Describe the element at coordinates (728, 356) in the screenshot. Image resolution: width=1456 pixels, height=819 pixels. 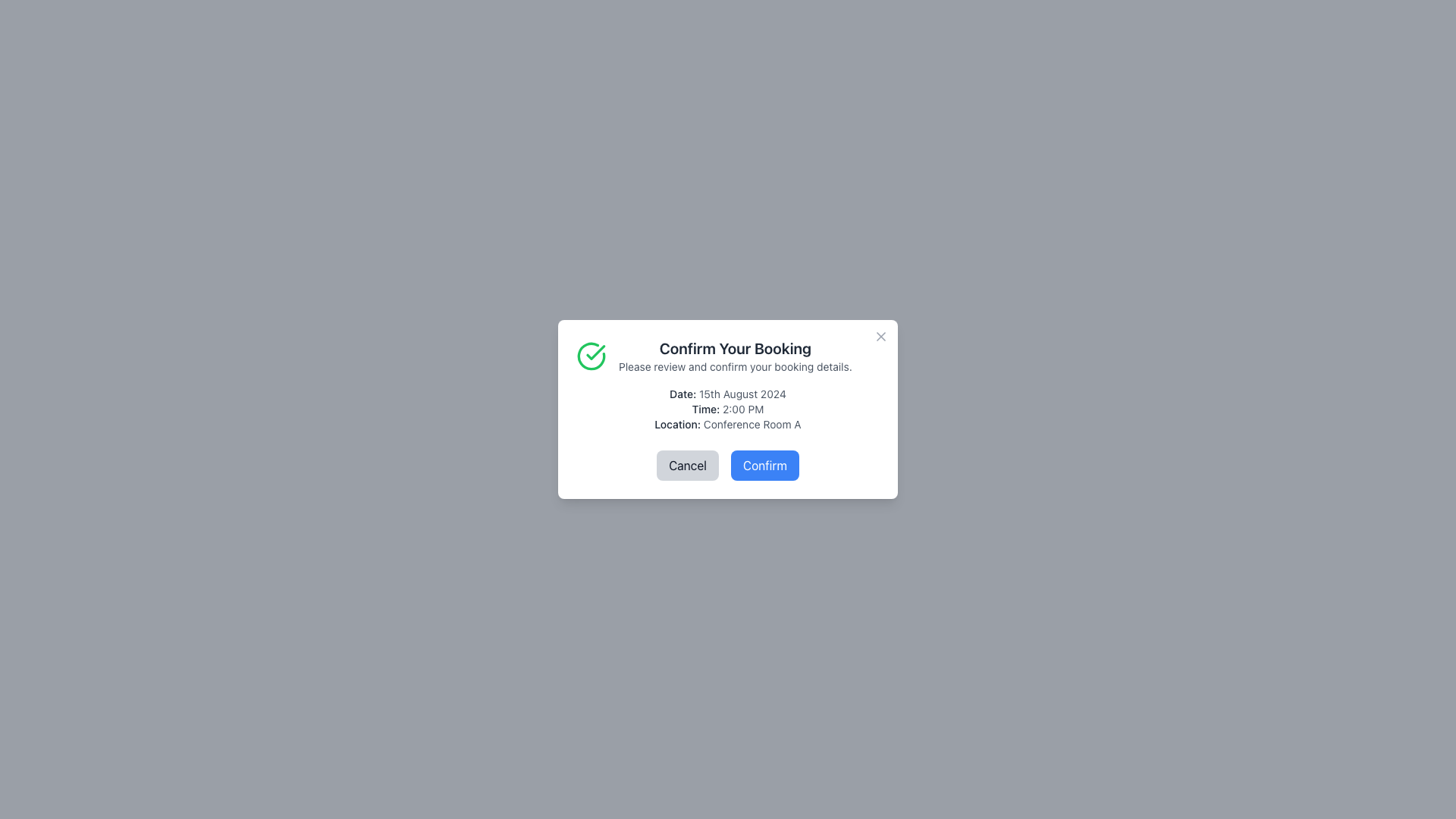
I see `title of the text with icon element located at the top of the white modal dialog box, which provides information about confirming a booking` at that location.